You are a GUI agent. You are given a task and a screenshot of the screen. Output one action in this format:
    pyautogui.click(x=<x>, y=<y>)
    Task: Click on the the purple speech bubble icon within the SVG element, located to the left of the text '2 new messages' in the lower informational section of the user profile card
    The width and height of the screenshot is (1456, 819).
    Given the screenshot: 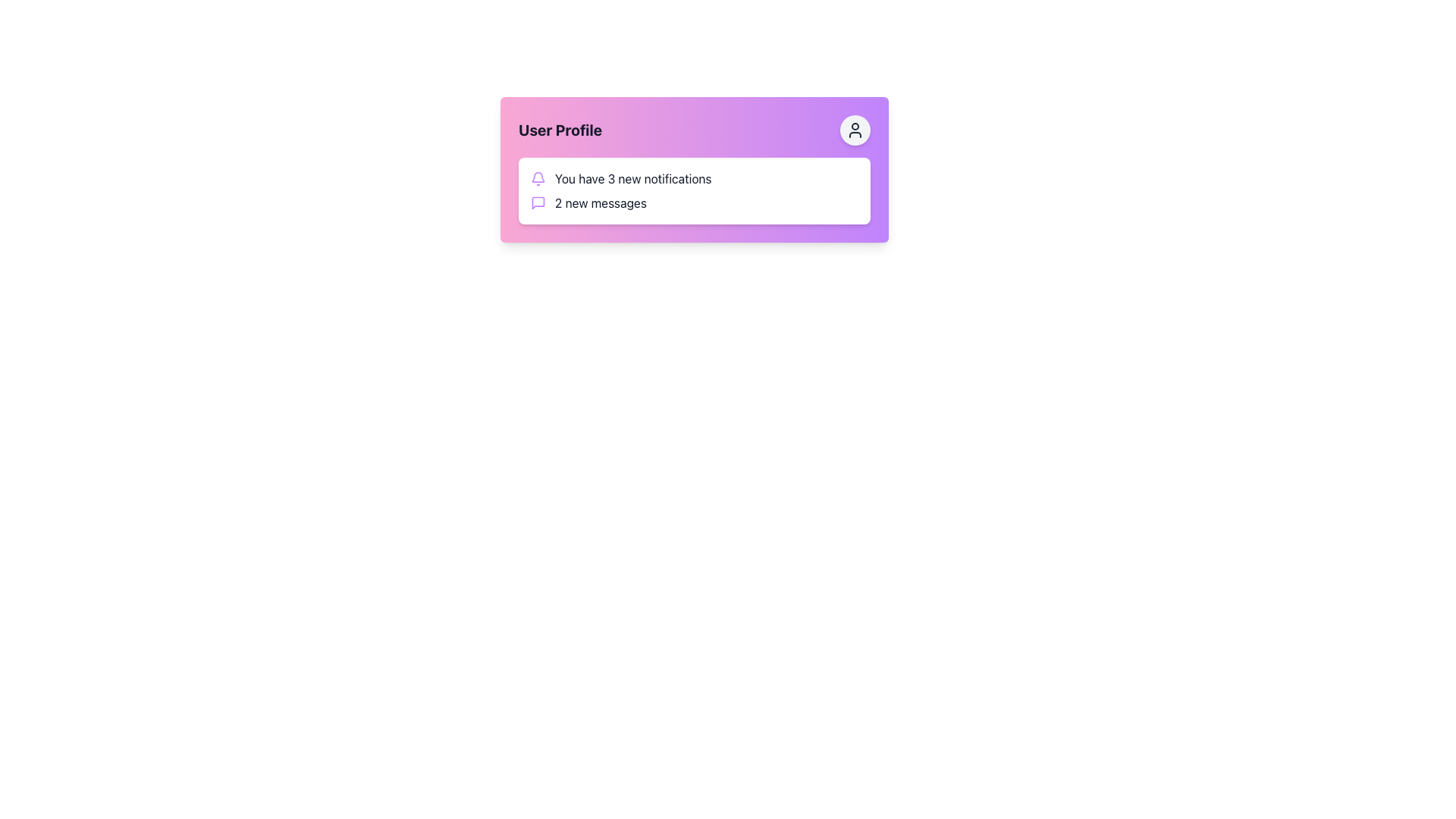 What is the action you would take?
    pyautogui.click(x=538, y=202)
    